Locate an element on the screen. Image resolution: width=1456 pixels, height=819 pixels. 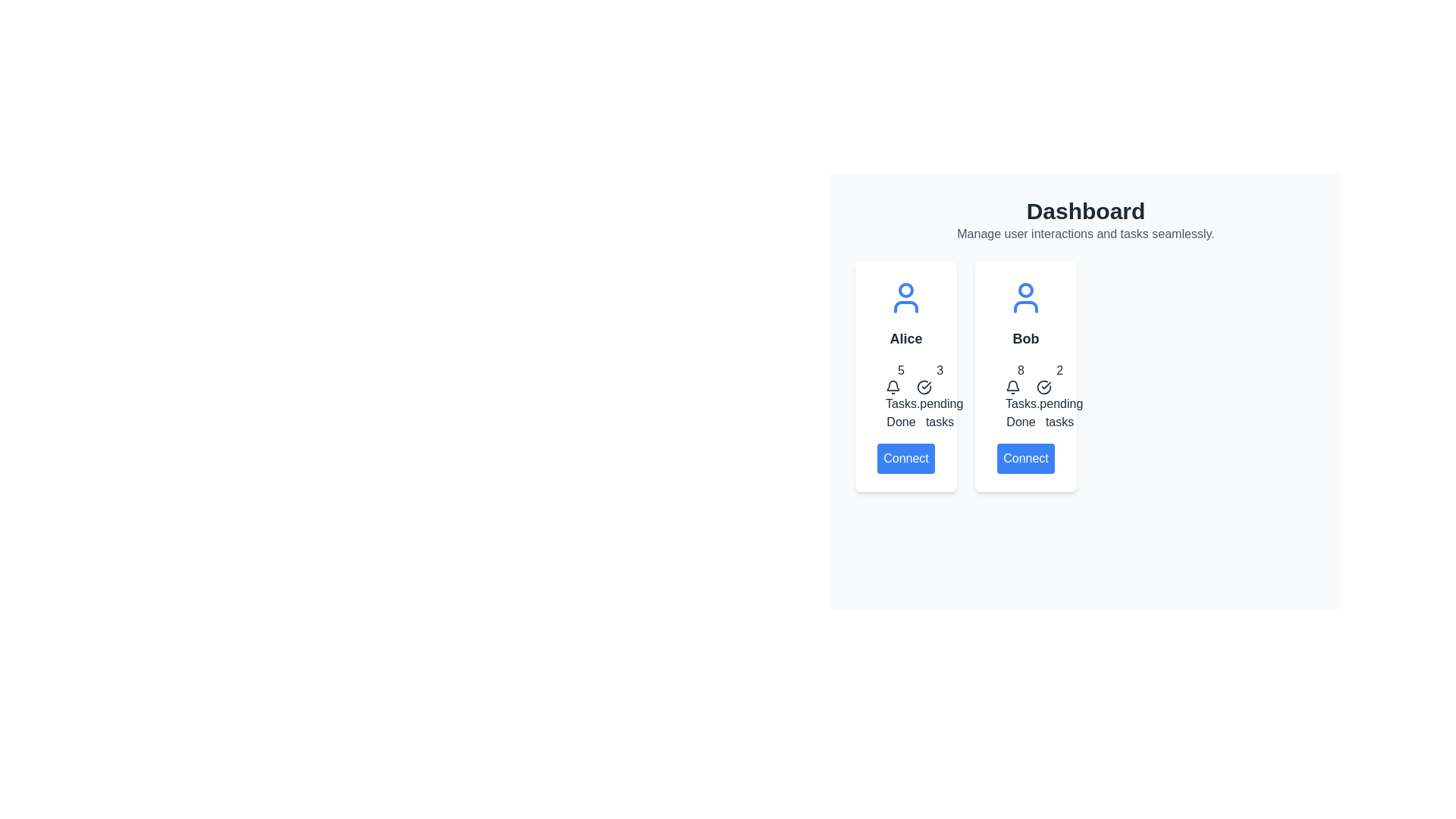
the lower component of the blue user icon representing user-related content, located at the top of the card labeled 'Alice' is located at coordinates (906, 307).